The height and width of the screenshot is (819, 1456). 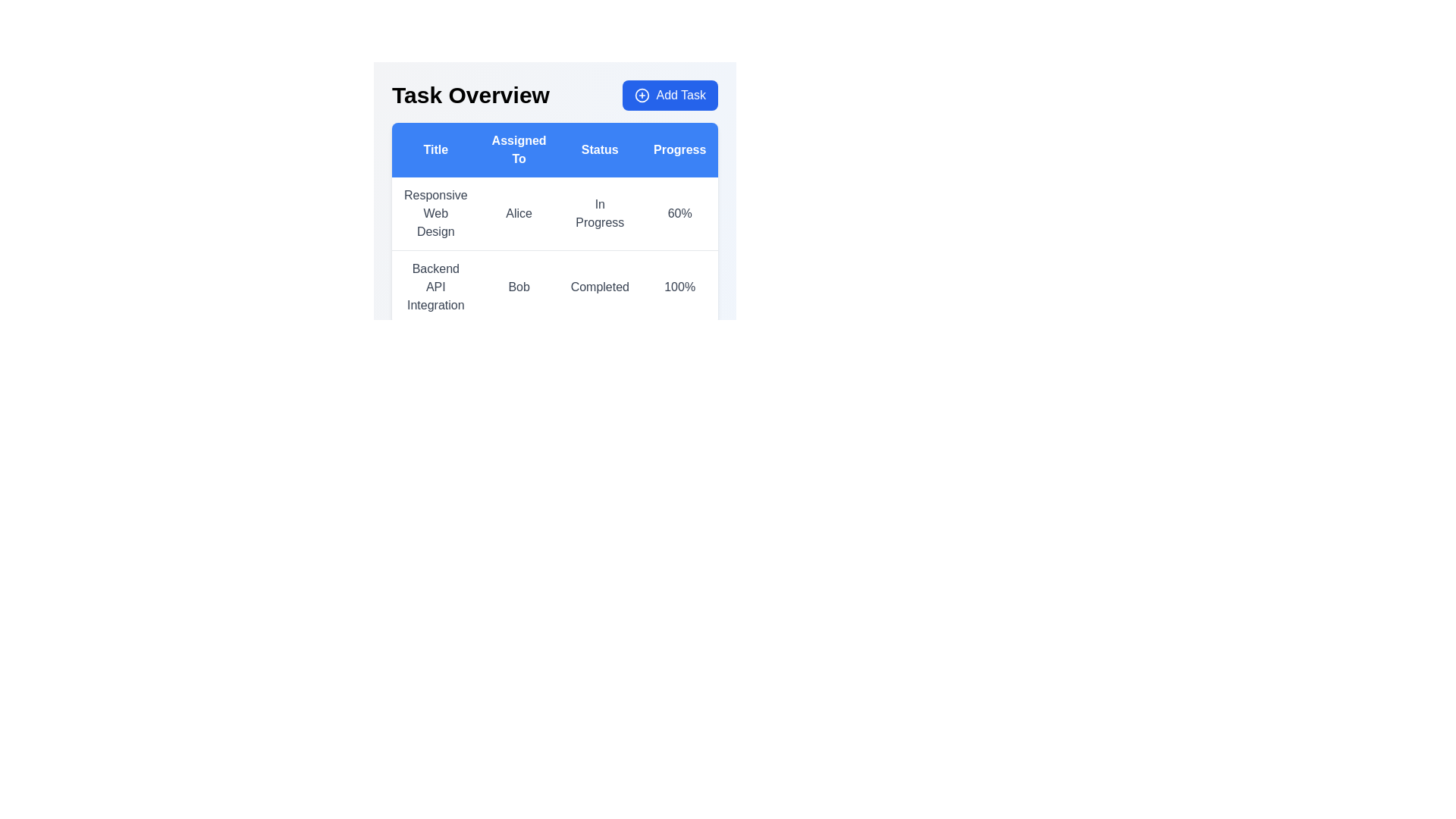 What do you see at coordinates (600, 149) in the screenshot?
I see `the Table Header, which is a horizontal bar with a medium blue background containing segments of the text 'Title', 'Assigned To', 'Status', 'Progress', and 'Actions'` at bounding box center [600, 149].